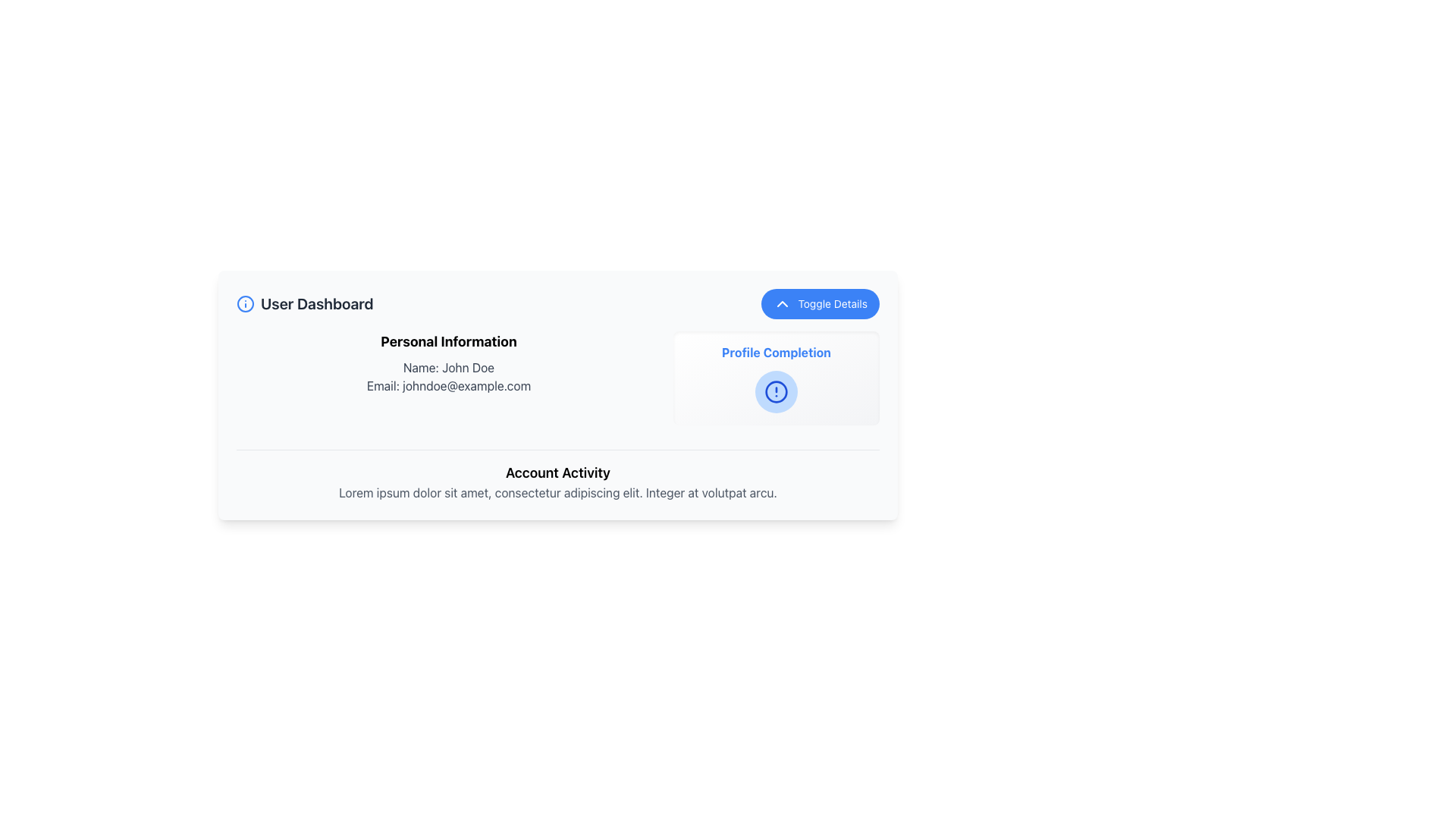  What do you see at coordinates (246, 304) in the screenshot?
I see `the circular information icon with a blue outline located in the upper-middle area of the Profile Completion section of the dashboard` at bounding box center [246, 304].